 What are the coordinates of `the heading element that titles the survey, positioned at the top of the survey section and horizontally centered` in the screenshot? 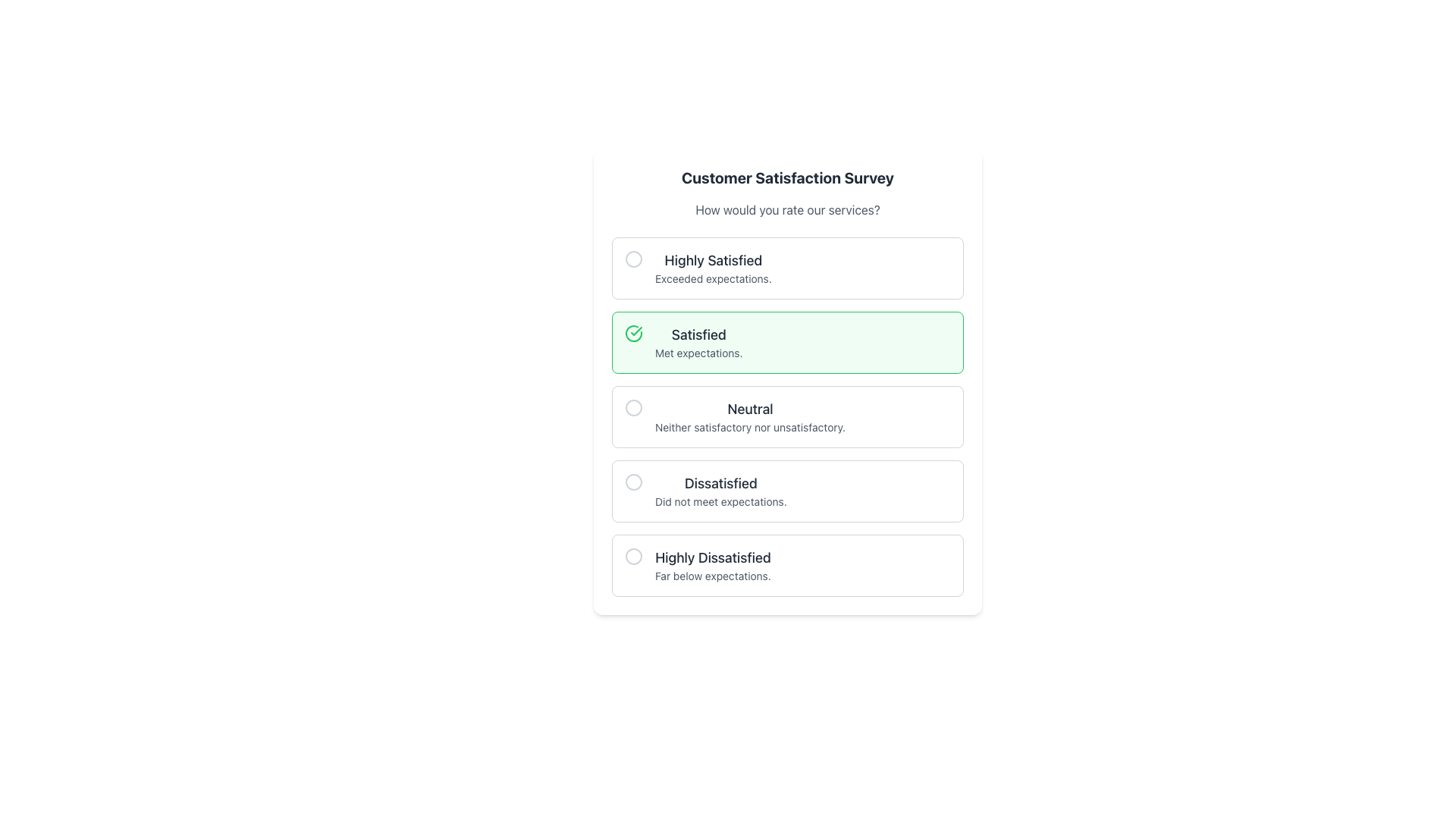 It's located at (787, 177).